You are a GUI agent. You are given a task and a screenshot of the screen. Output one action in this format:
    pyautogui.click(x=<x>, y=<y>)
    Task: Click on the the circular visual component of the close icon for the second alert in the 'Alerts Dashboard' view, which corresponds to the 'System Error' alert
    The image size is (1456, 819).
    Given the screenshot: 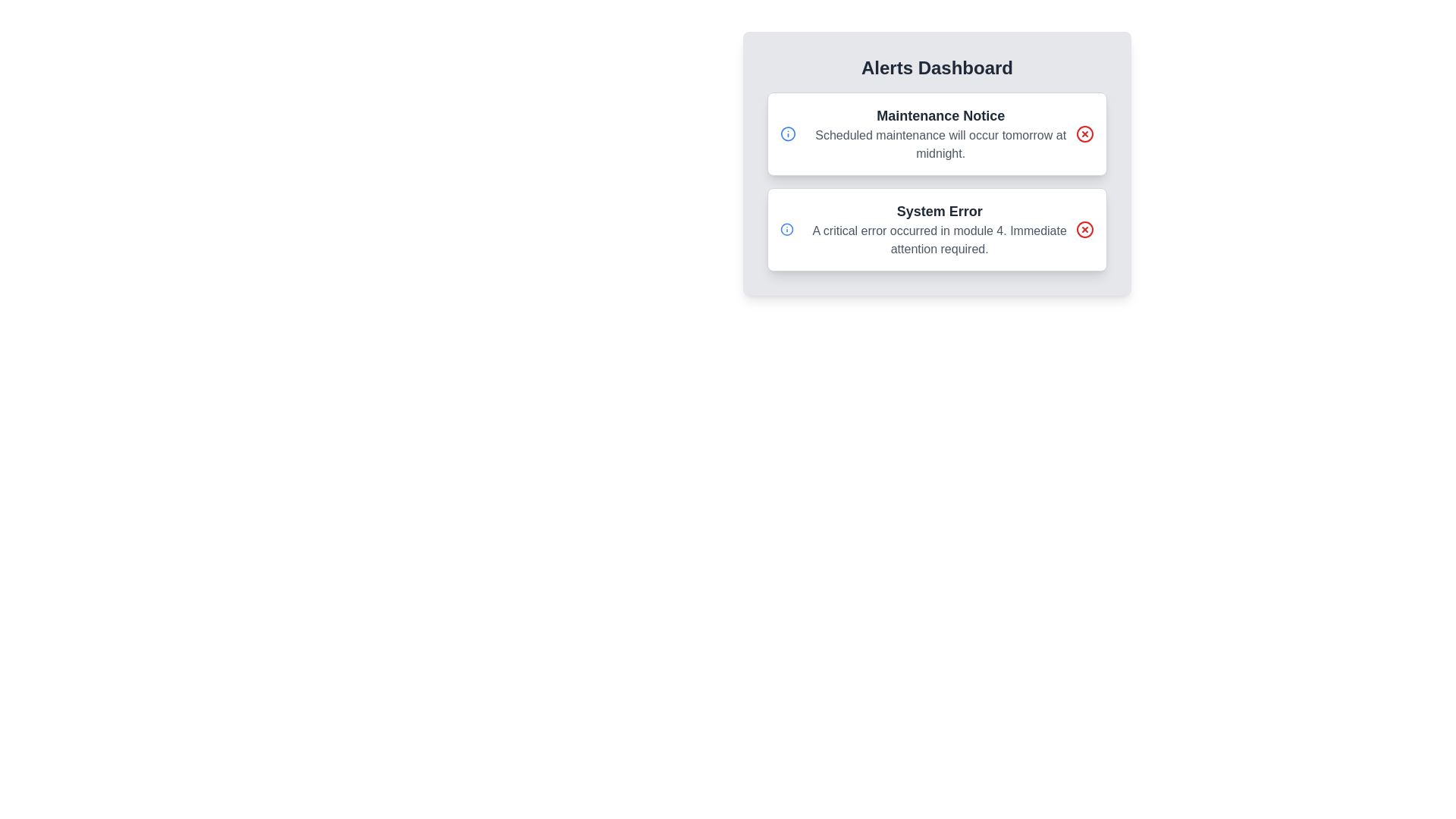 What is the action you would take?
    pyautogui.click(x=1084, y=230)
    